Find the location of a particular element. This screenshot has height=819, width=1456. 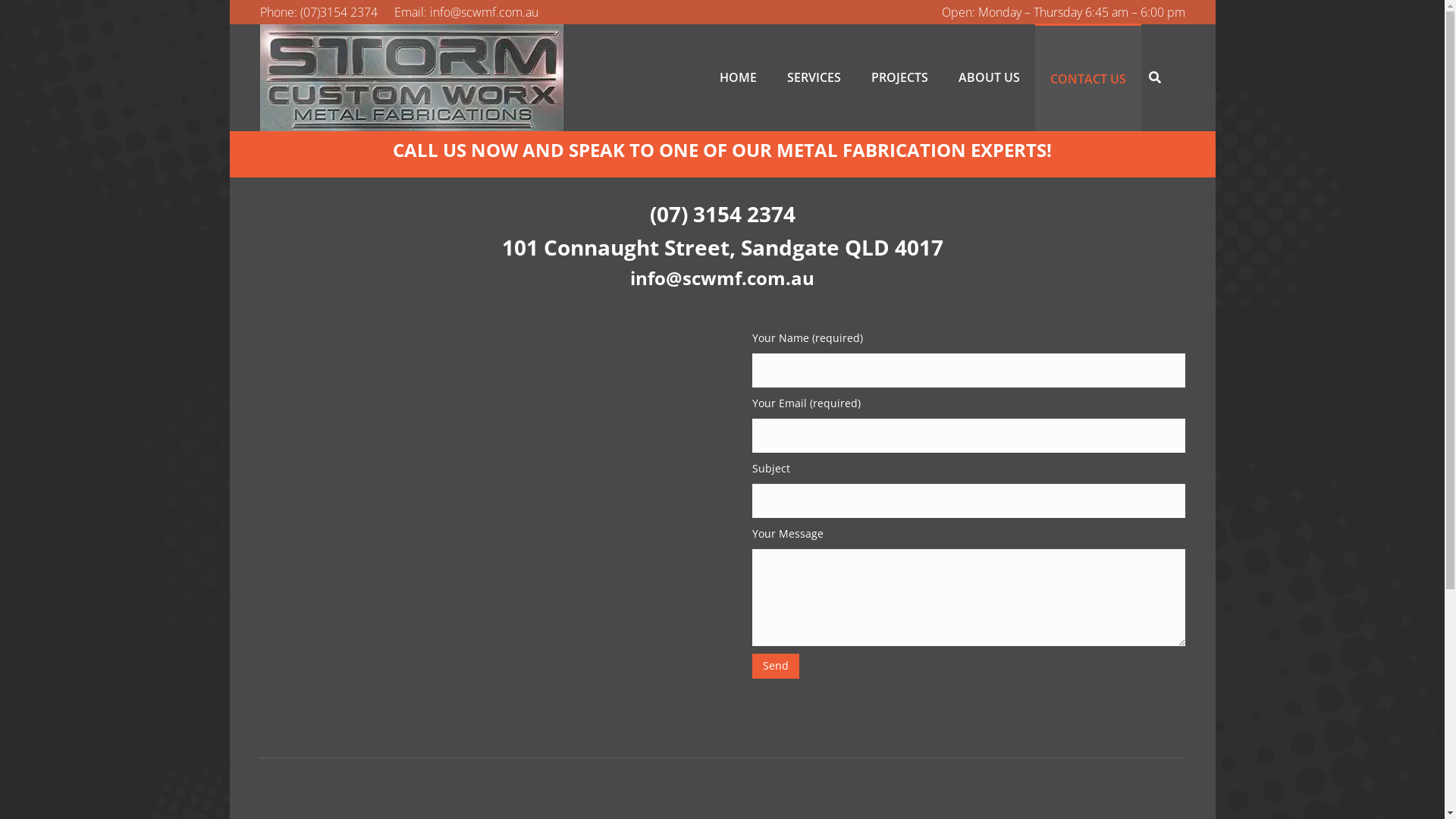

'CONTACT US' is located at coordinates (1034, 77).